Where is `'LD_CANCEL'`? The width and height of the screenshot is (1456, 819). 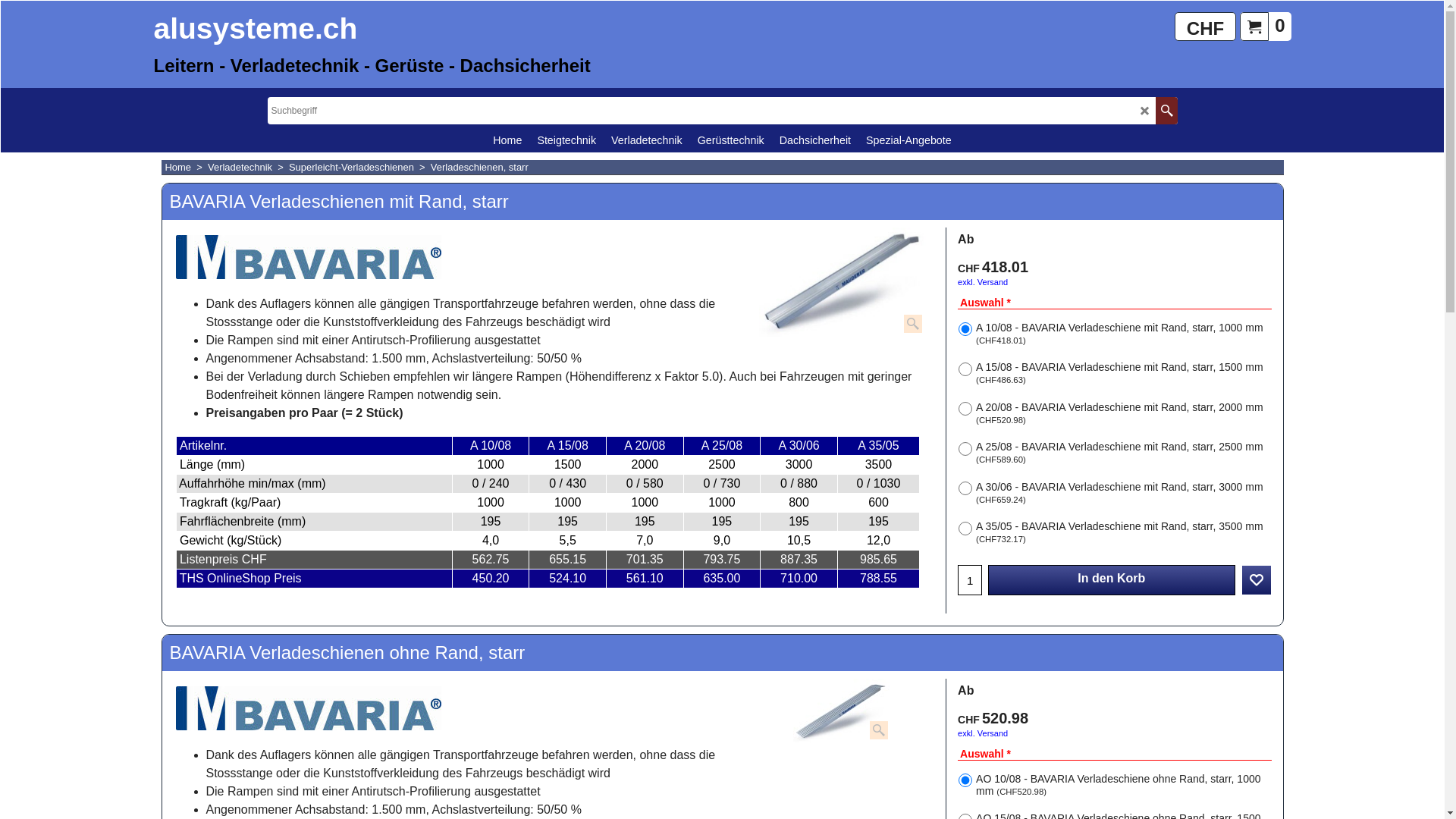 'LD_CANCEL' is located at coordinates (1140, 109).